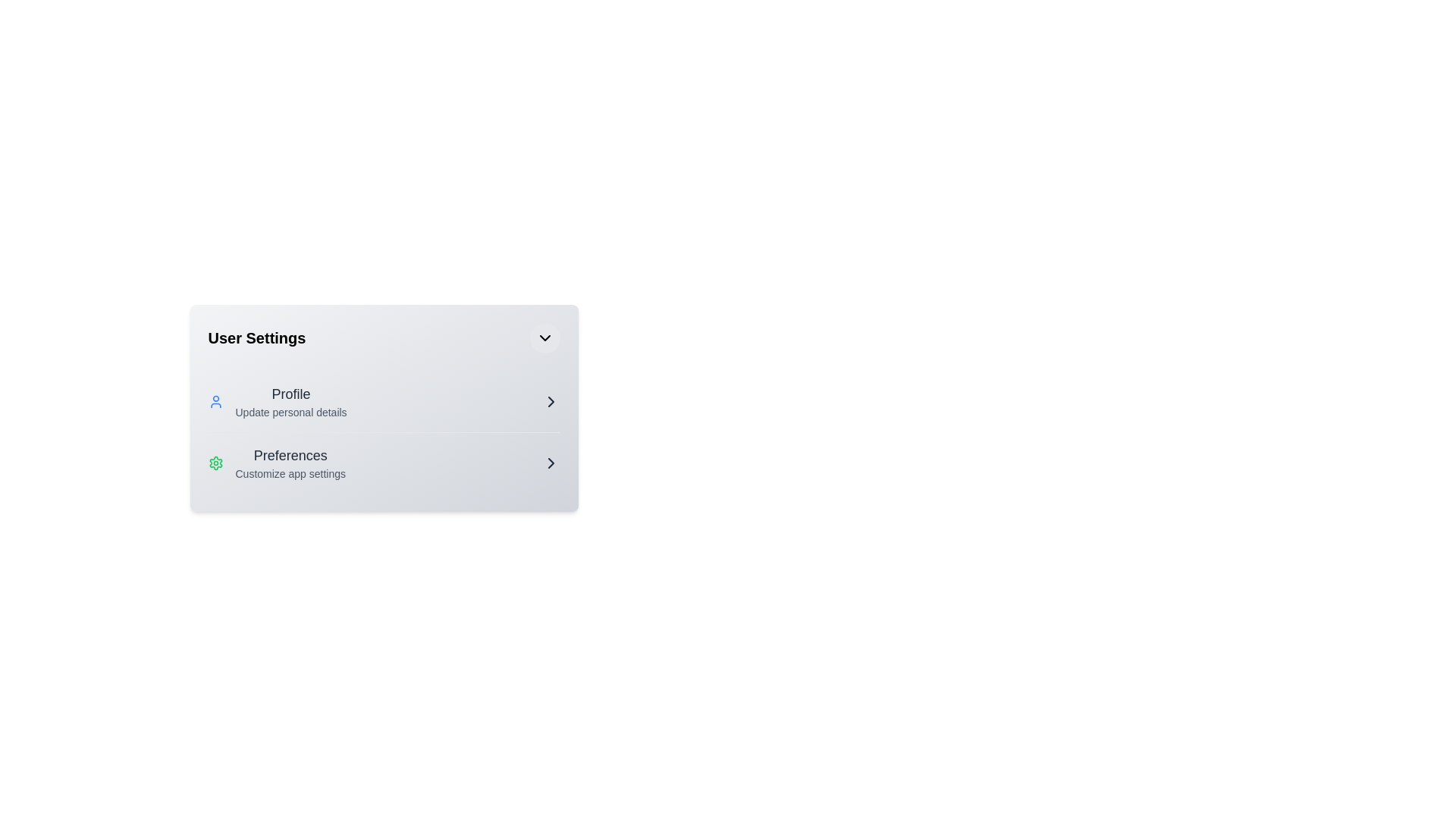  I want to click on the settings icon located to the left of the 'Preferences' text label, so click(215, 462).